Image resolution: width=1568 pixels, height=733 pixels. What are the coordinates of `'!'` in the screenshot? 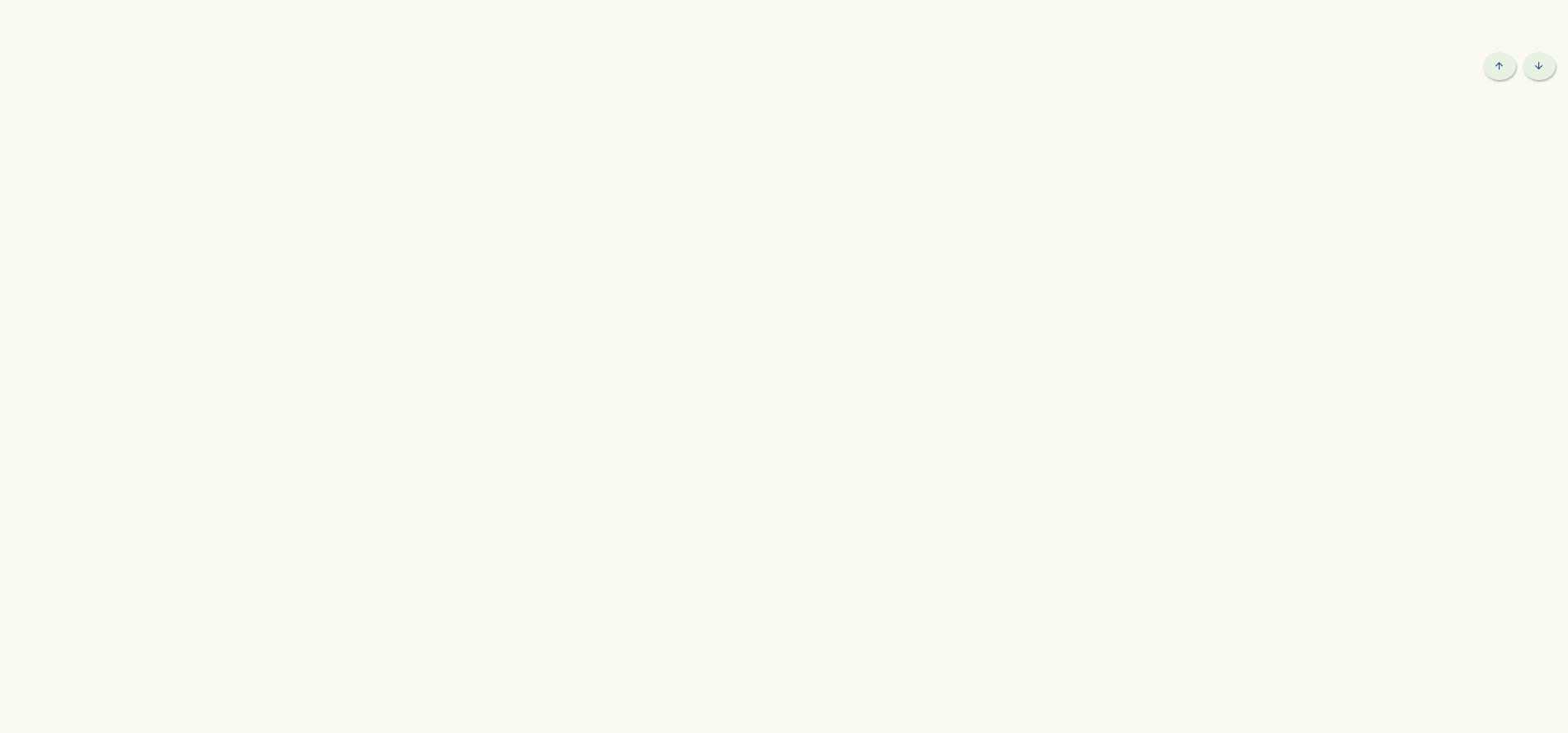 It's located at (414, 20).